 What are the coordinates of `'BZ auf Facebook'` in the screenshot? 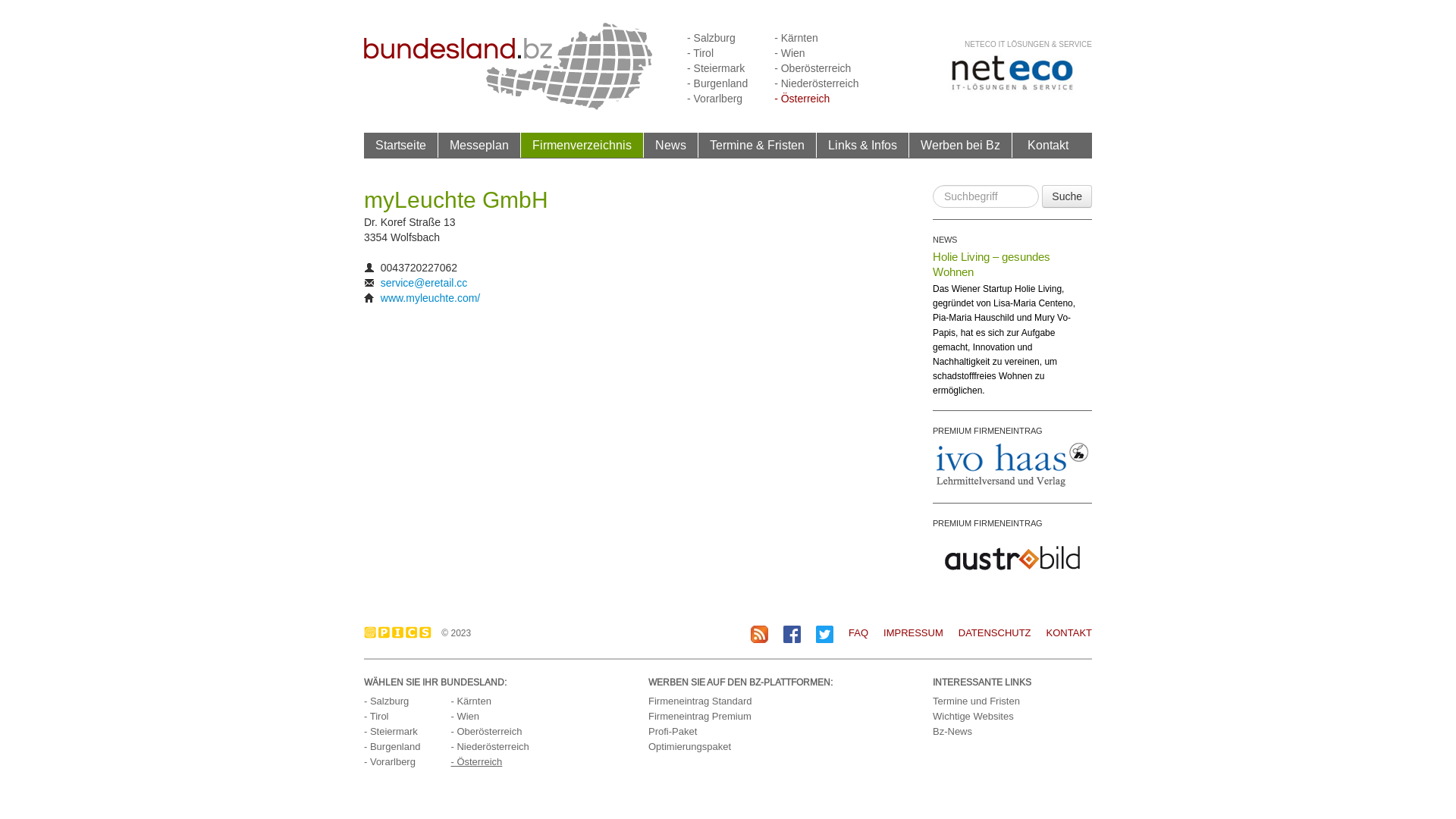 It's located at (791, 633).